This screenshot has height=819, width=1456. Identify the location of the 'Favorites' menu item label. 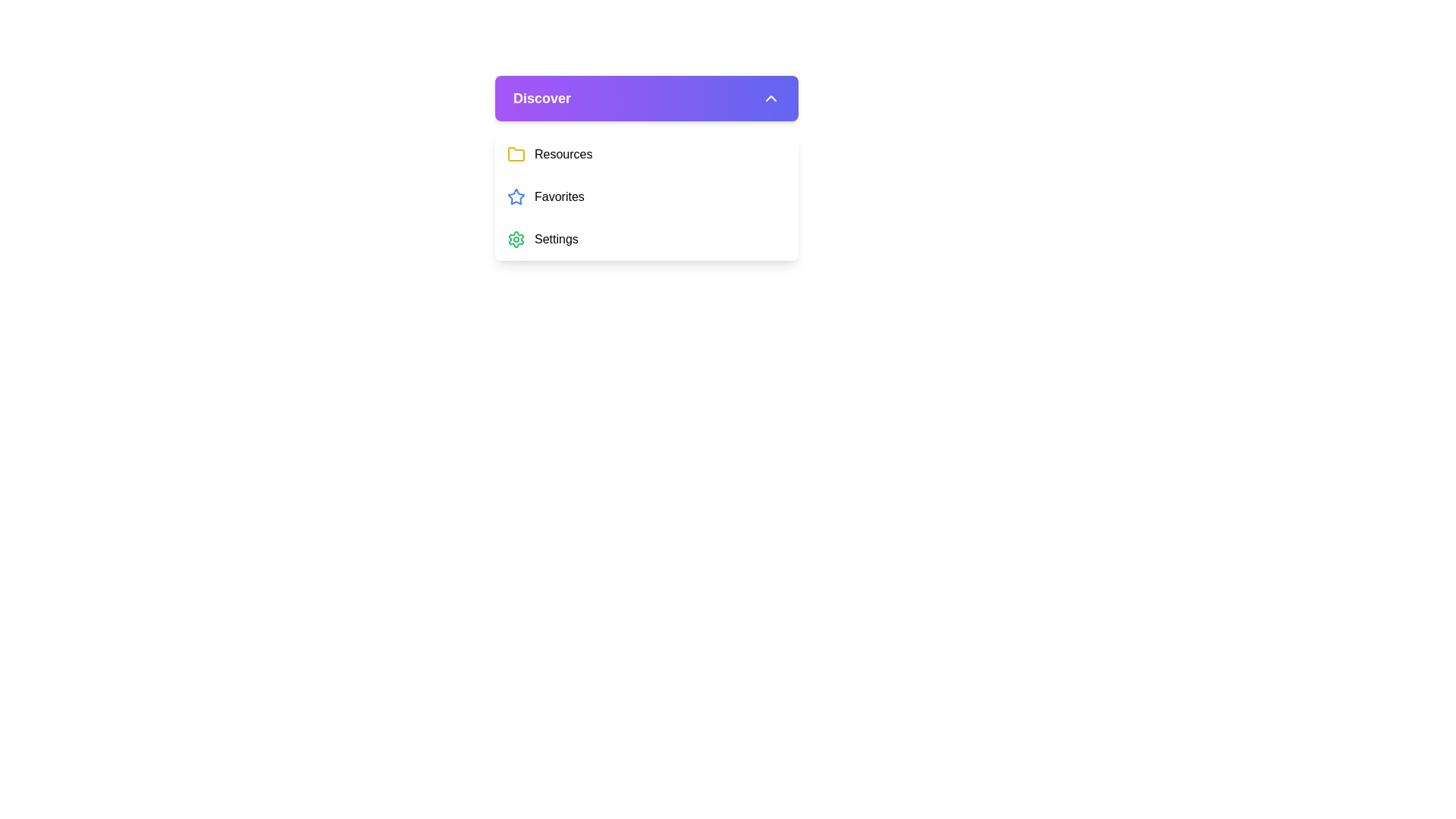
(558, 196).